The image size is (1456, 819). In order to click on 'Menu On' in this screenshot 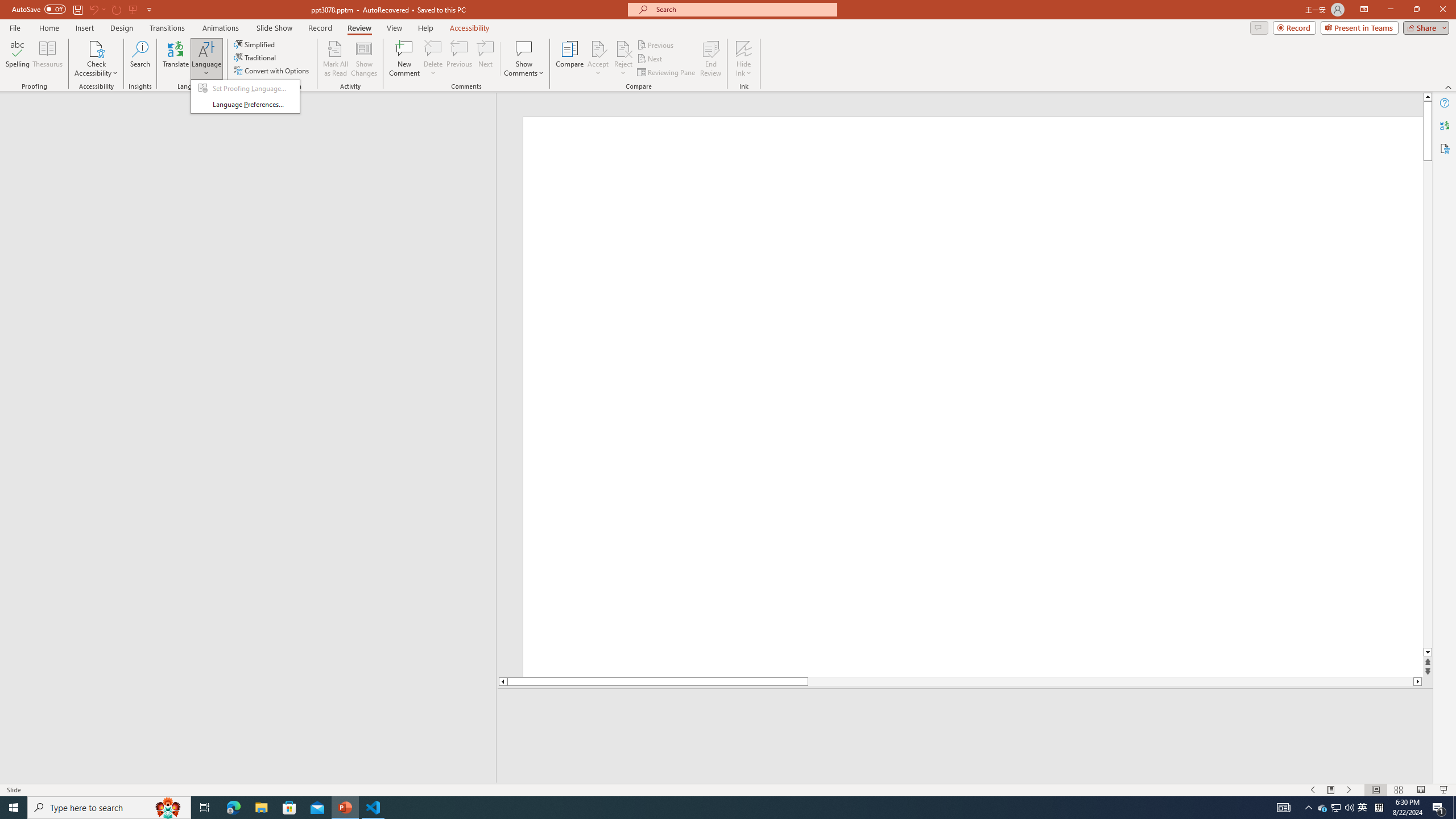, I will do `click(1331, 790)`.